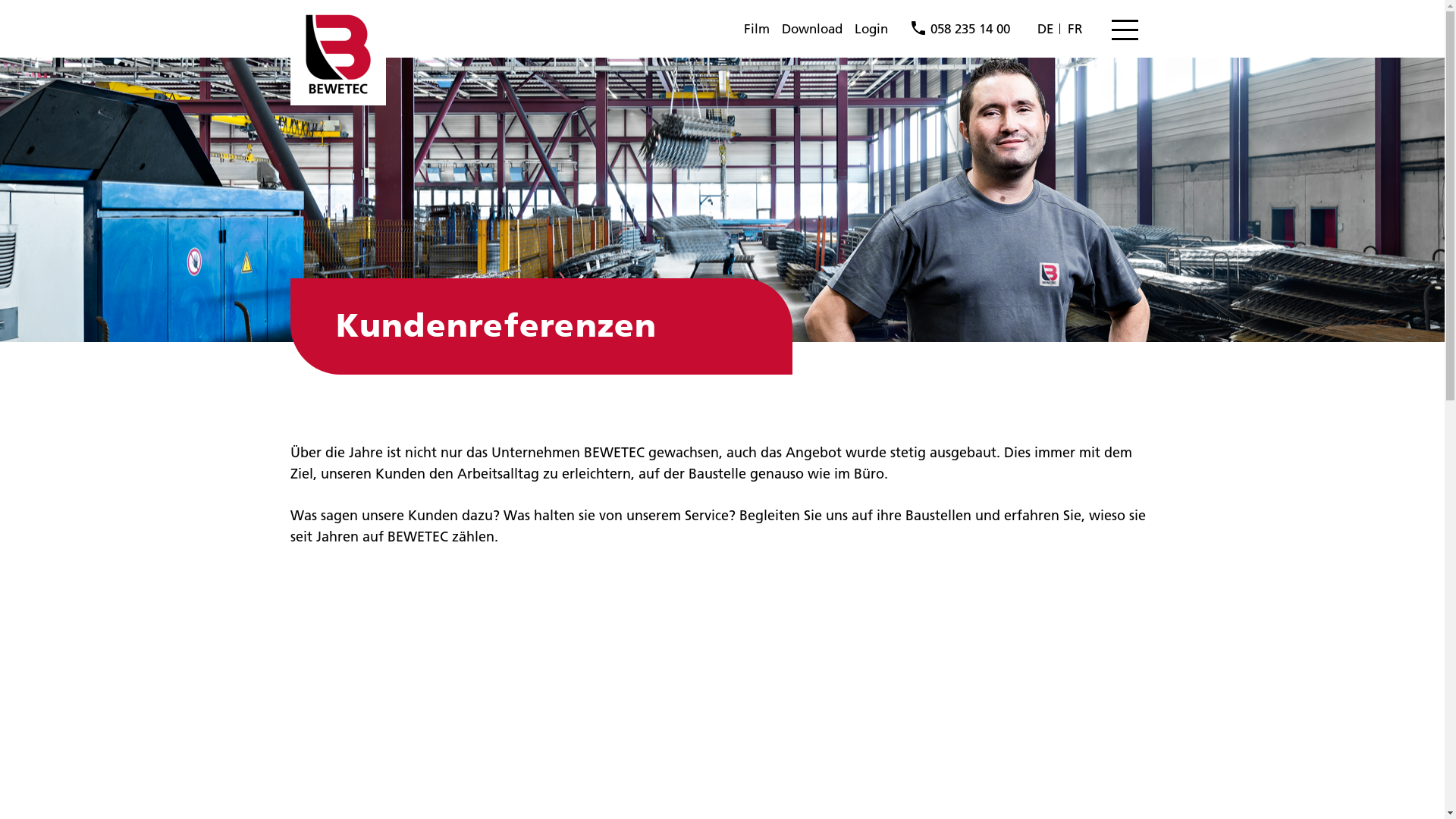 The height and width of the screenshot is (819, 1456). What do you see at coordinates (757, 29) in the screenshot?
I see `'Film'` at bounding box center [757, 29].